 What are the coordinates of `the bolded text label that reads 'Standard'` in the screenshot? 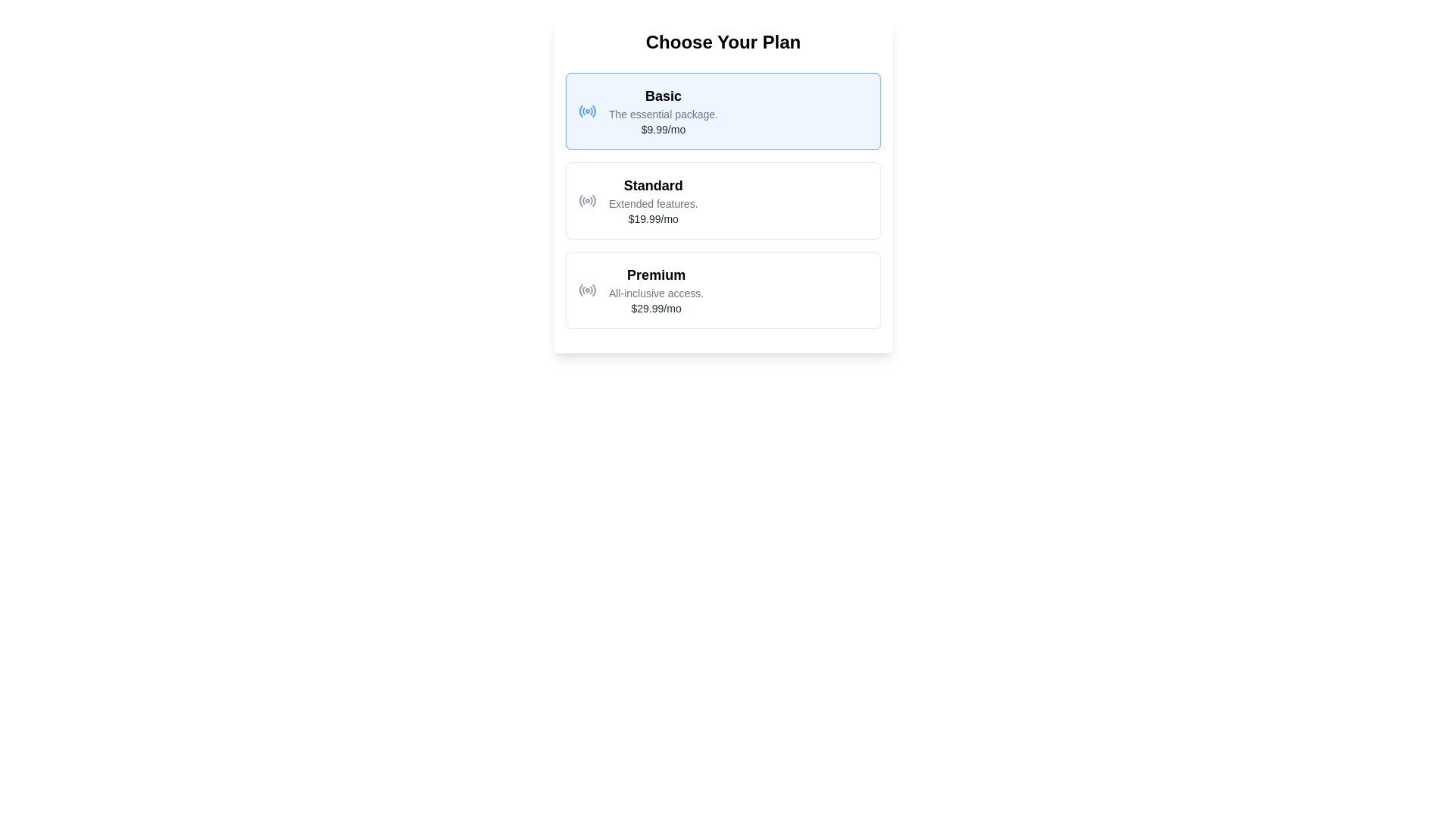 It's located at (653, 185).